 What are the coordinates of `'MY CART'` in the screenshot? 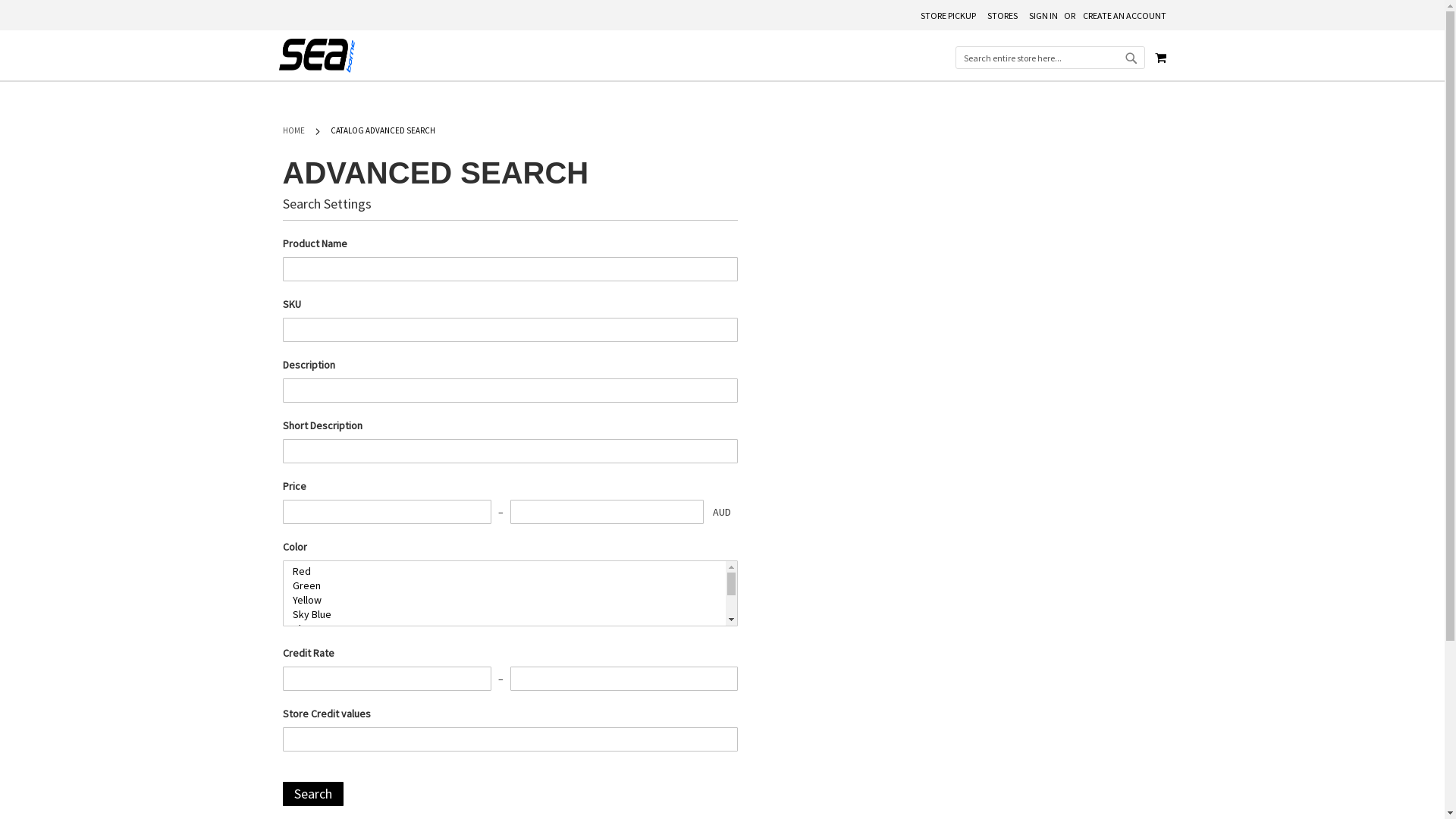 It's located at (1159, 57).